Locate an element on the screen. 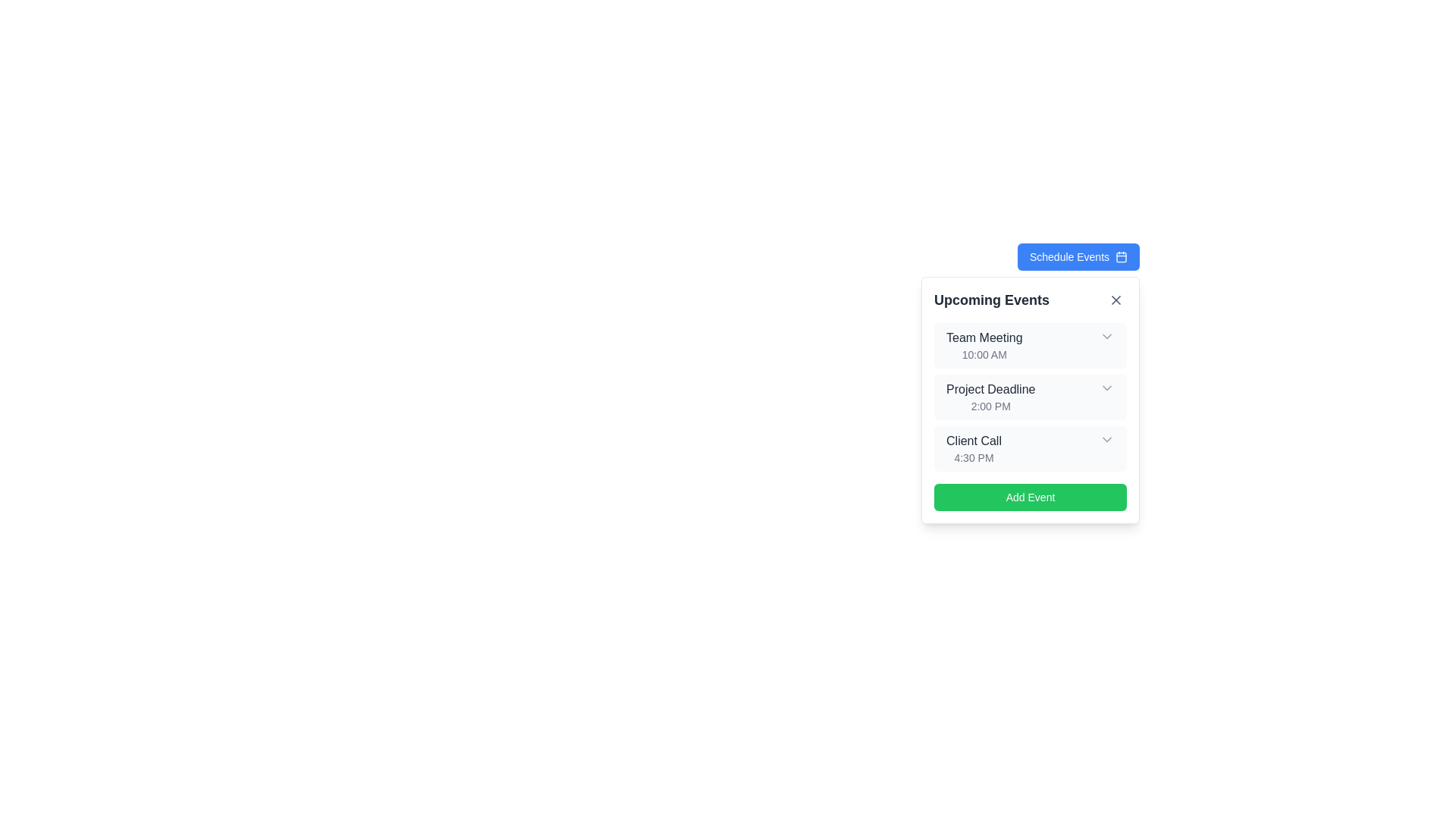  the second interactive chevron icon is located at coordinates (1106, 388).